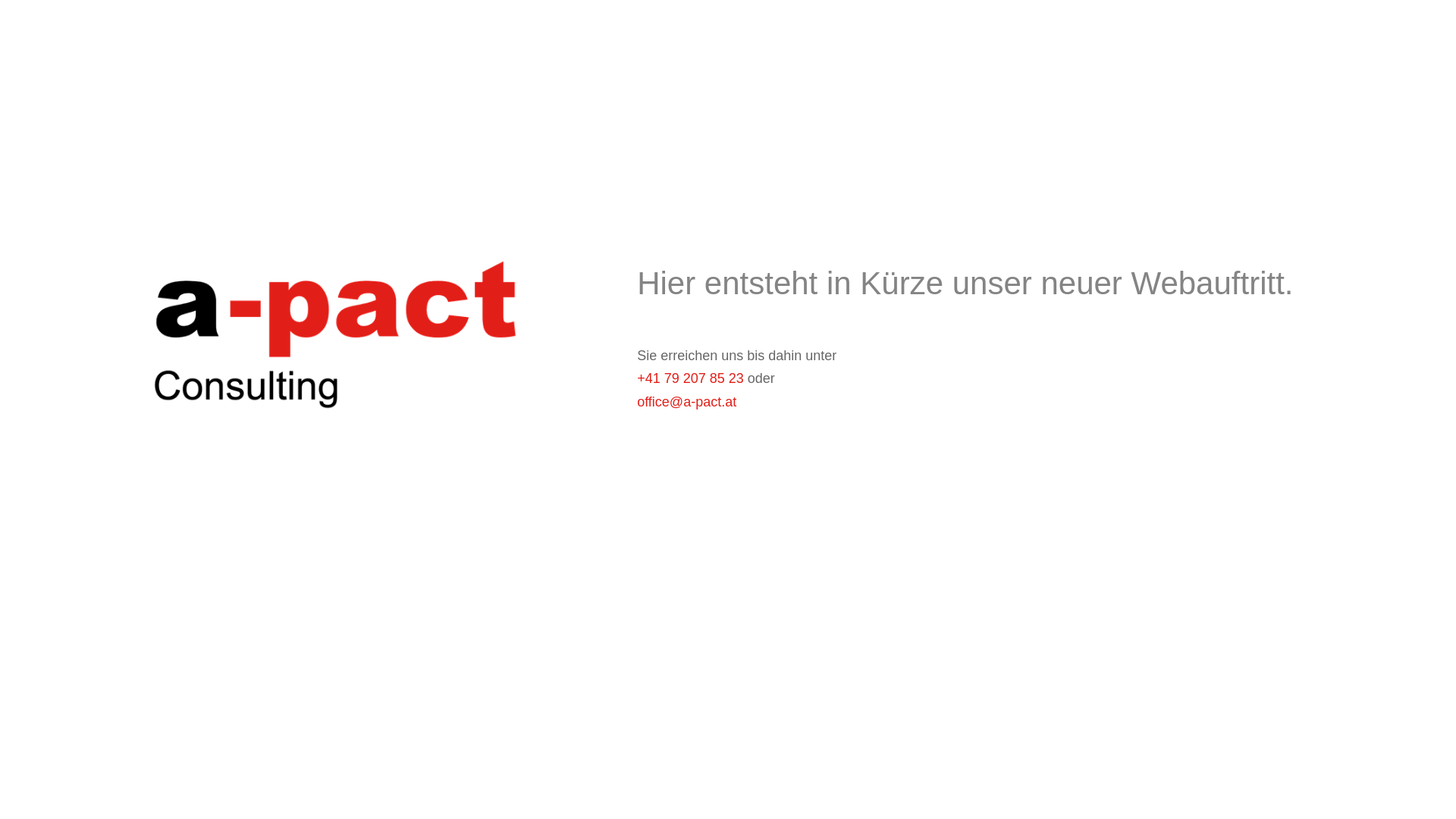 The height and width of the screenshot is (819, 1456). What do you see at coordinates (330, 327) in the screenshot?
I see `'a-pact AT'` at bounding box center [330, 327].